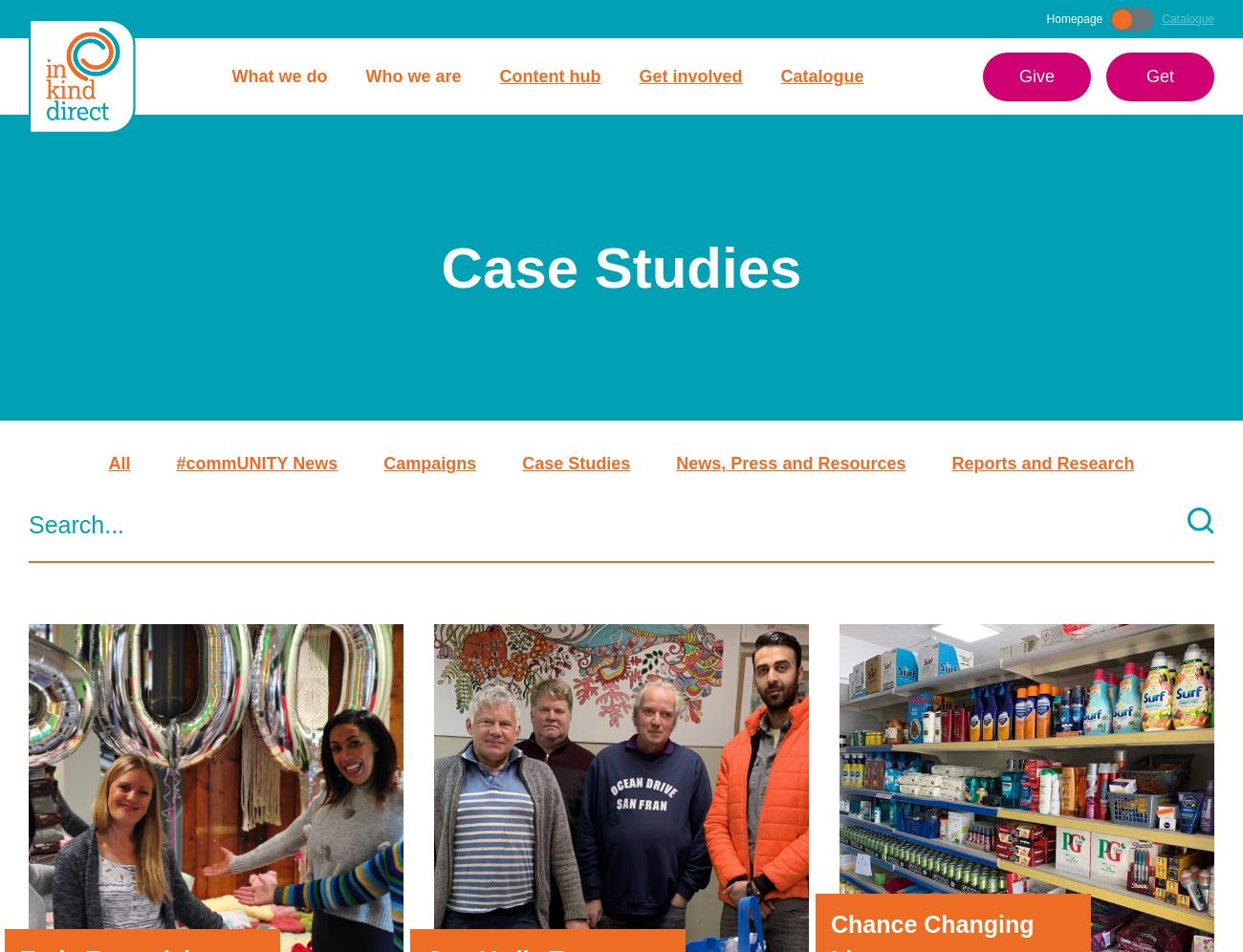 Image resolution: width=1243 pixels, height=952 pixels. What do you see at coordinates (800, 907) in the screenshot?
I see `'Useful links'` at bounding box center [800, 907].